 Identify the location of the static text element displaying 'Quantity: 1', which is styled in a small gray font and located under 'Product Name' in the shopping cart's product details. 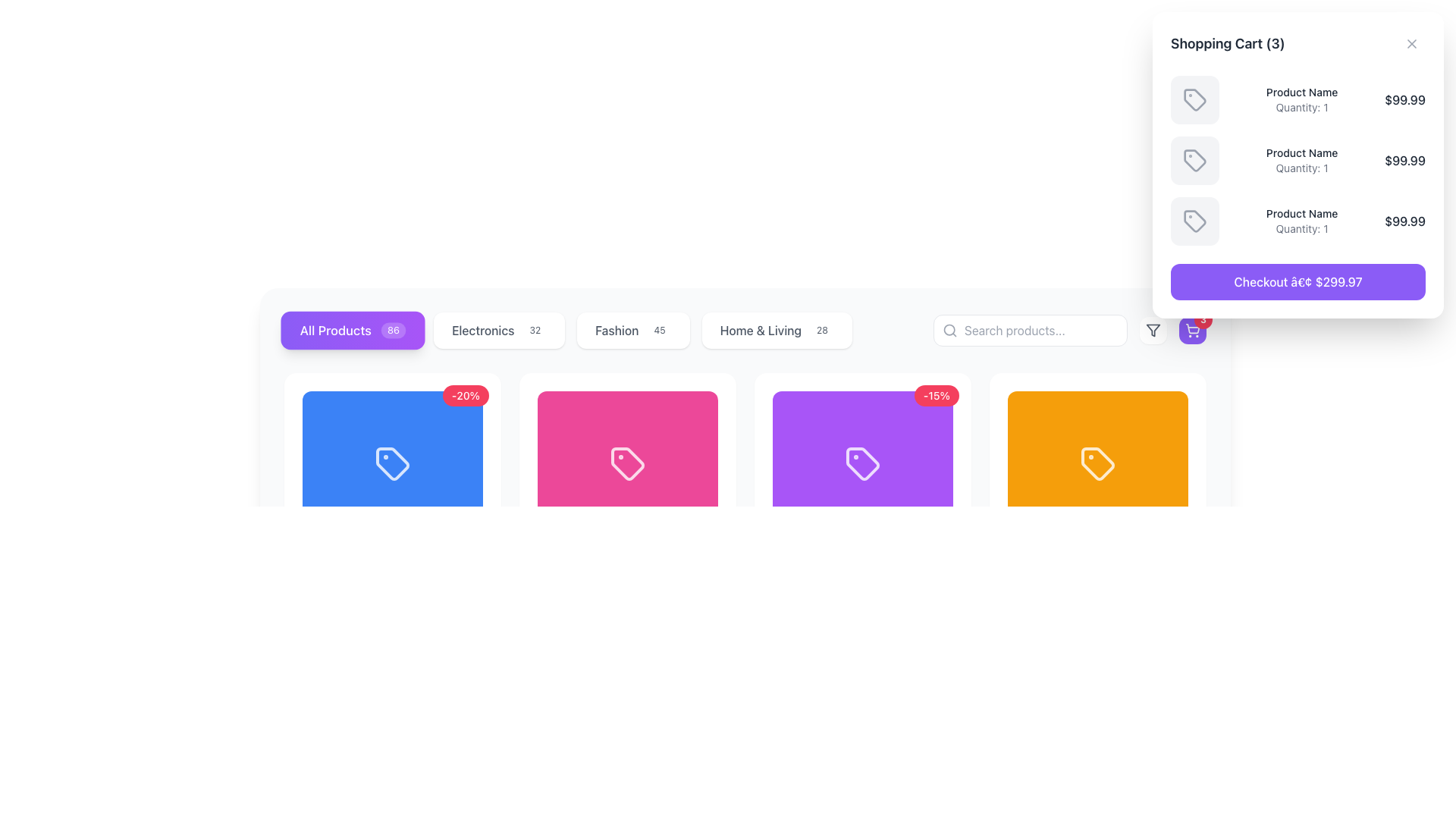
(1301, 168).